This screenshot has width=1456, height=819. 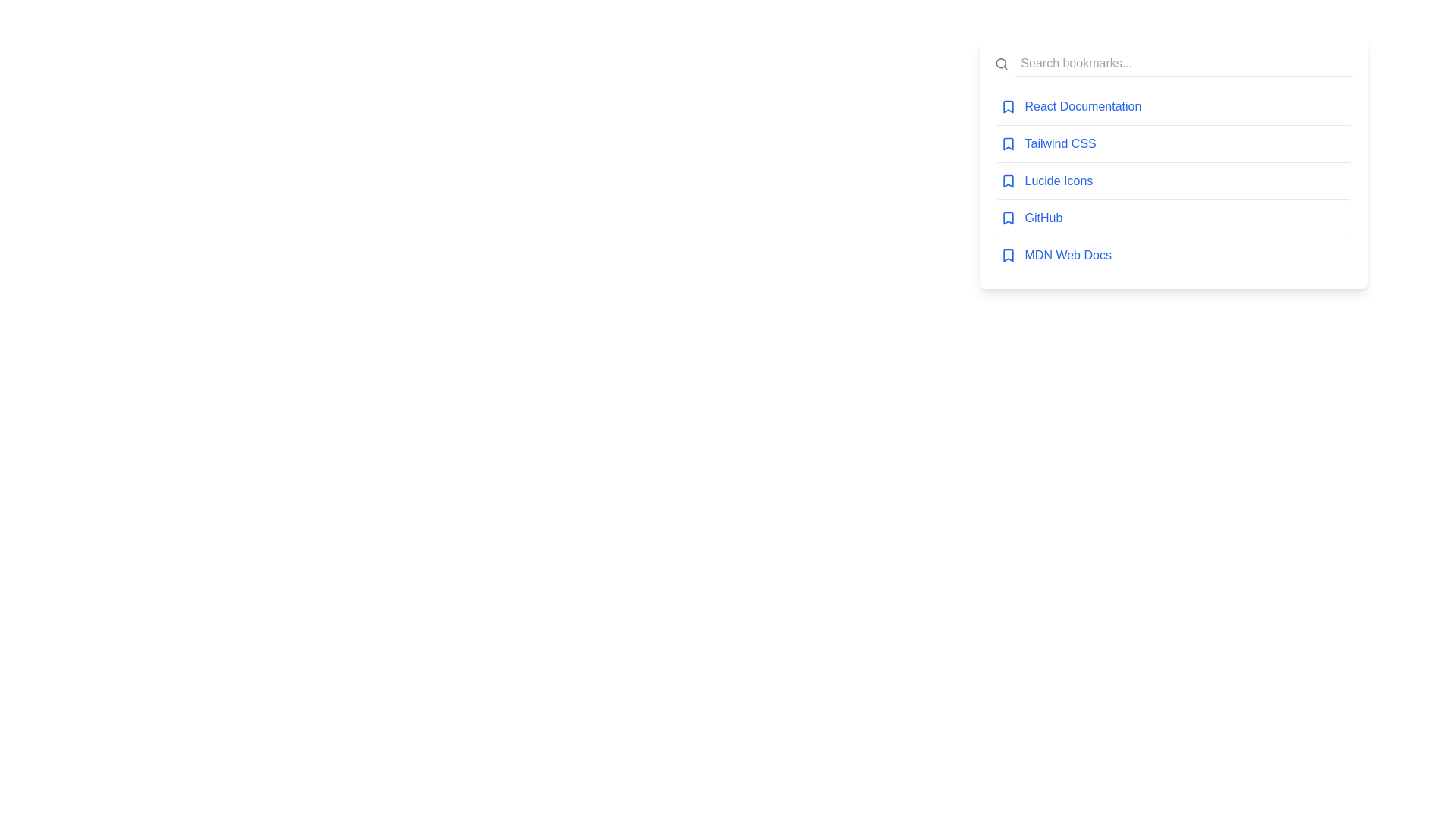 I want to click on the bookmark titled 'Lucide Icons', so click(x=1172, y=180).